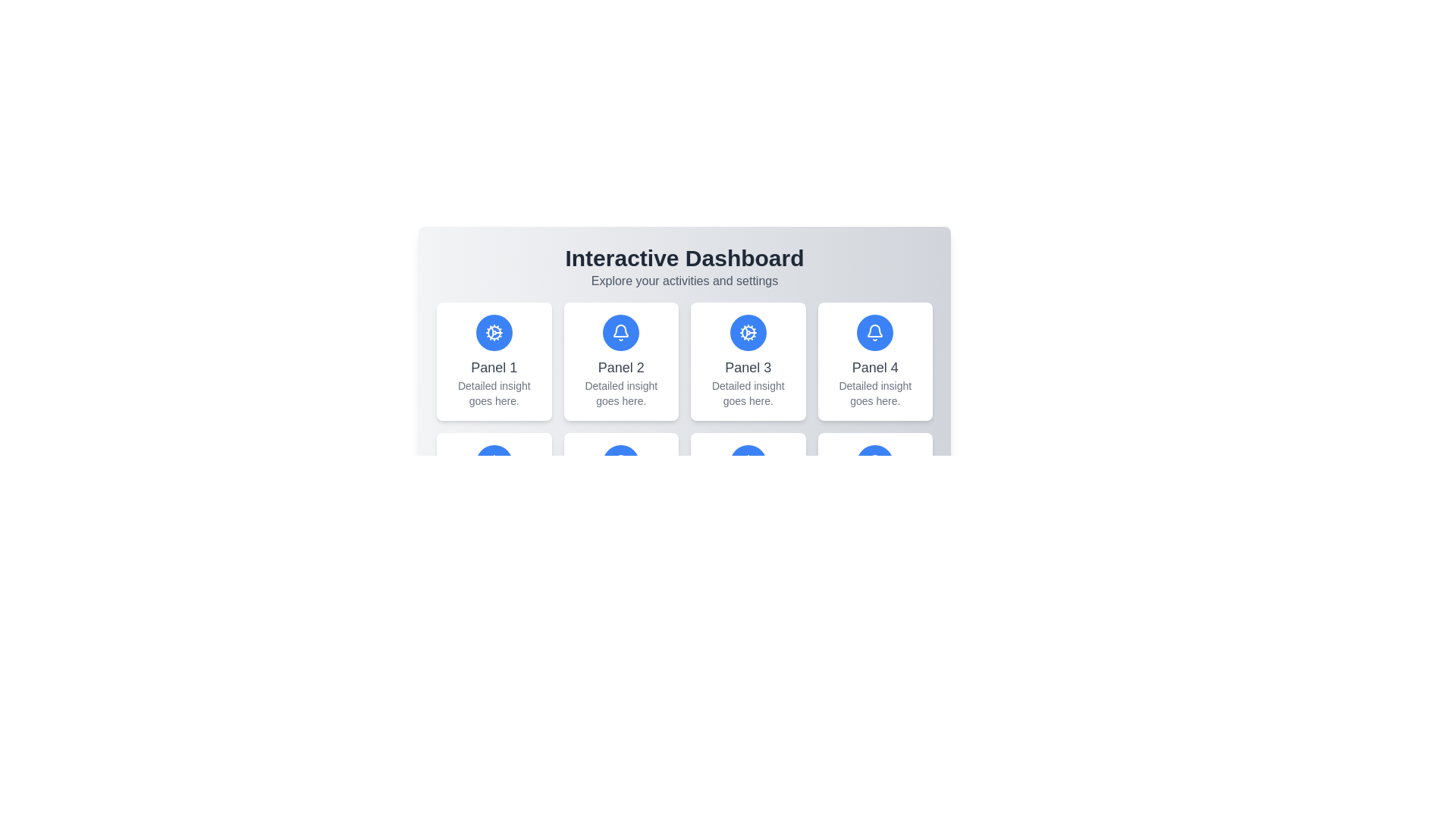 Image resolution: width=1456 pixels, height=819 pixels. Describe the element at coordinates (748, 332) in the screenshot. I see `the settings button located in the center of the top row of panel cards in the dashboard, directly above the 'Panel 3' label` at that location.